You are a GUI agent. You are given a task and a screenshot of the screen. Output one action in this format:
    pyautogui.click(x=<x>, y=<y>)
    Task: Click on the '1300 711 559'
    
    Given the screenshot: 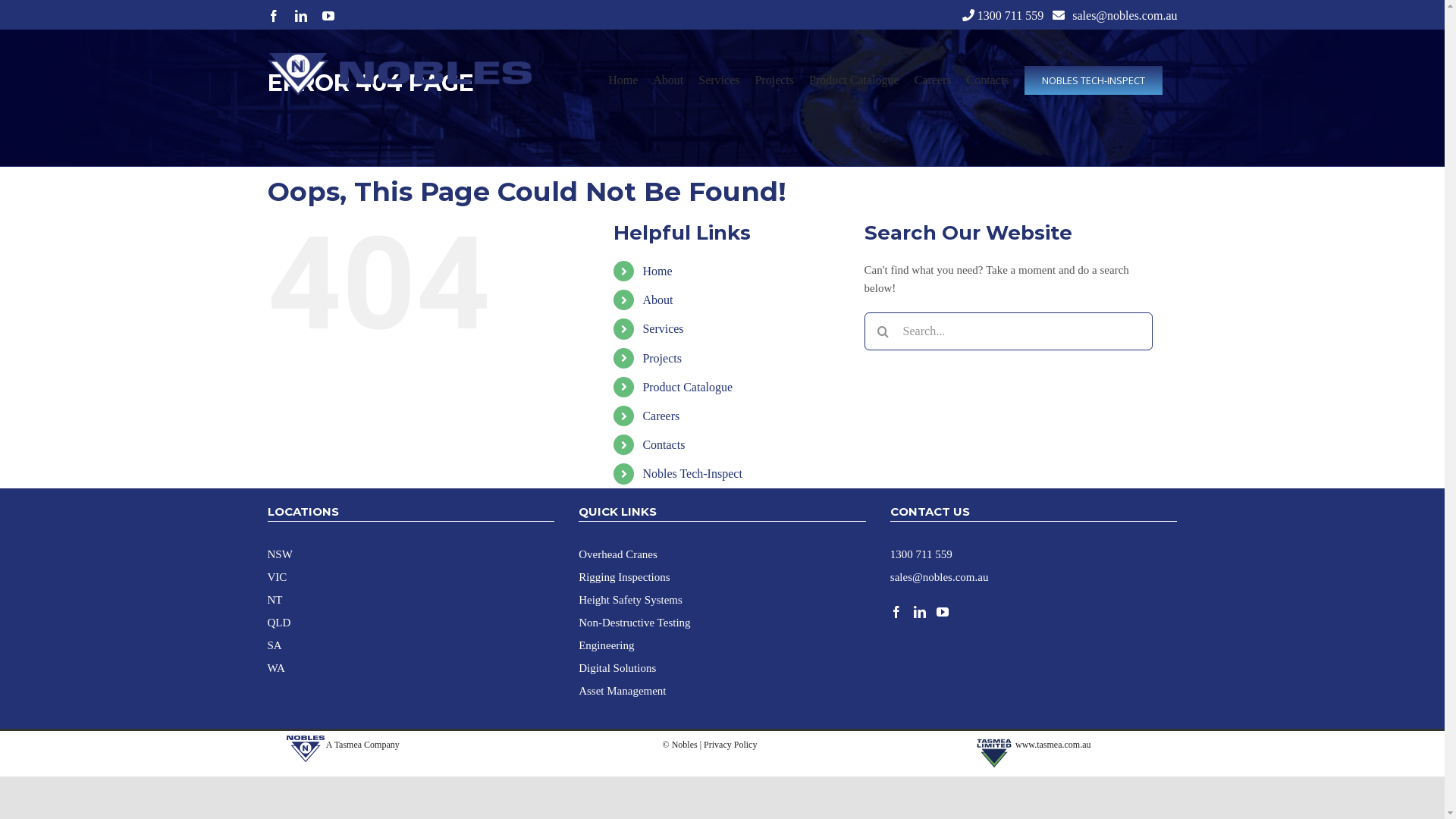 What is the action you would take?
    pyautogui.click(x=920, y=553)
    